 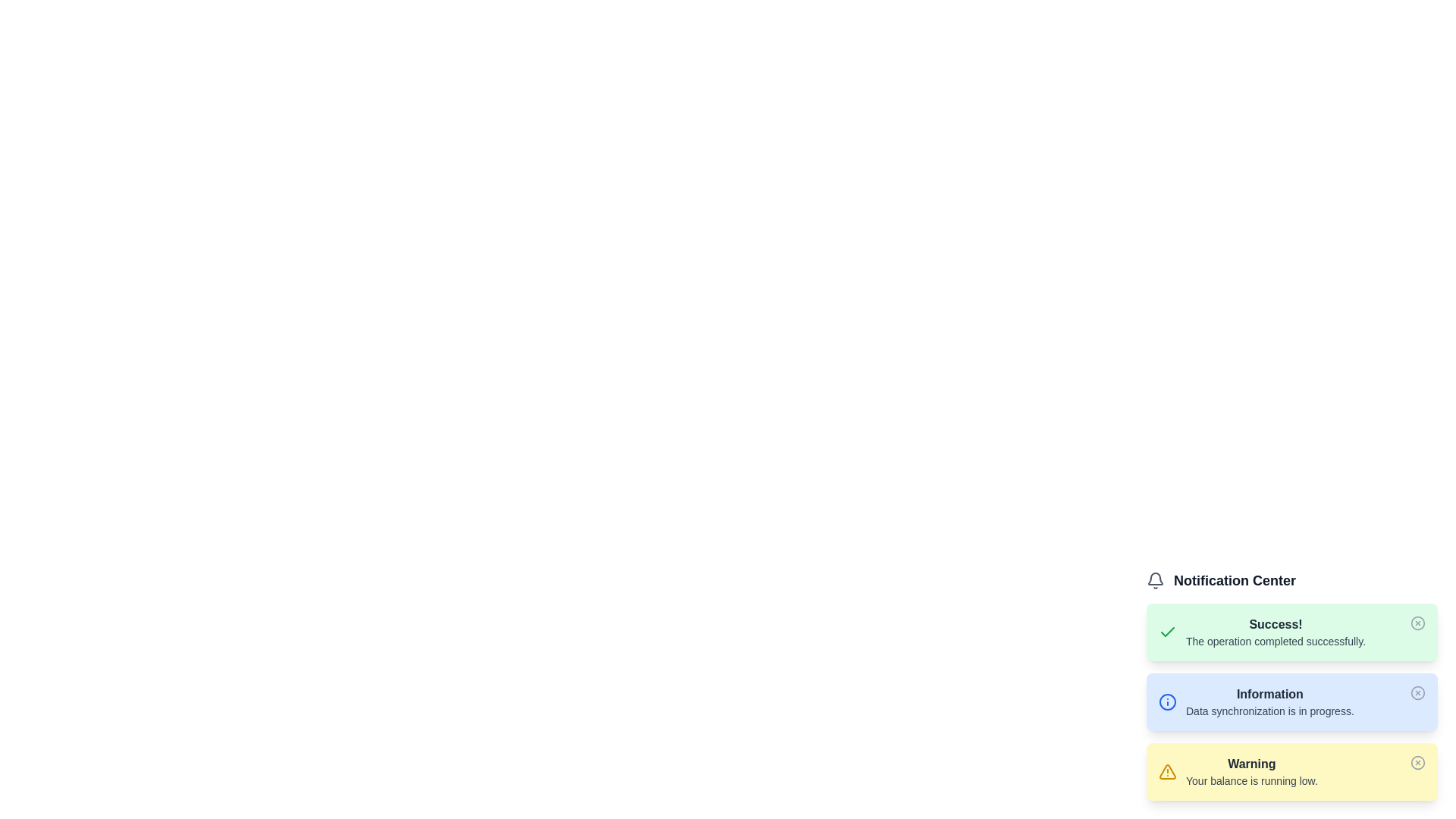 I want to click on warning notification displayed in the third notification card from the top in the Notification Center panel, which informs users about their low balance, so click(x=1291, y=772).